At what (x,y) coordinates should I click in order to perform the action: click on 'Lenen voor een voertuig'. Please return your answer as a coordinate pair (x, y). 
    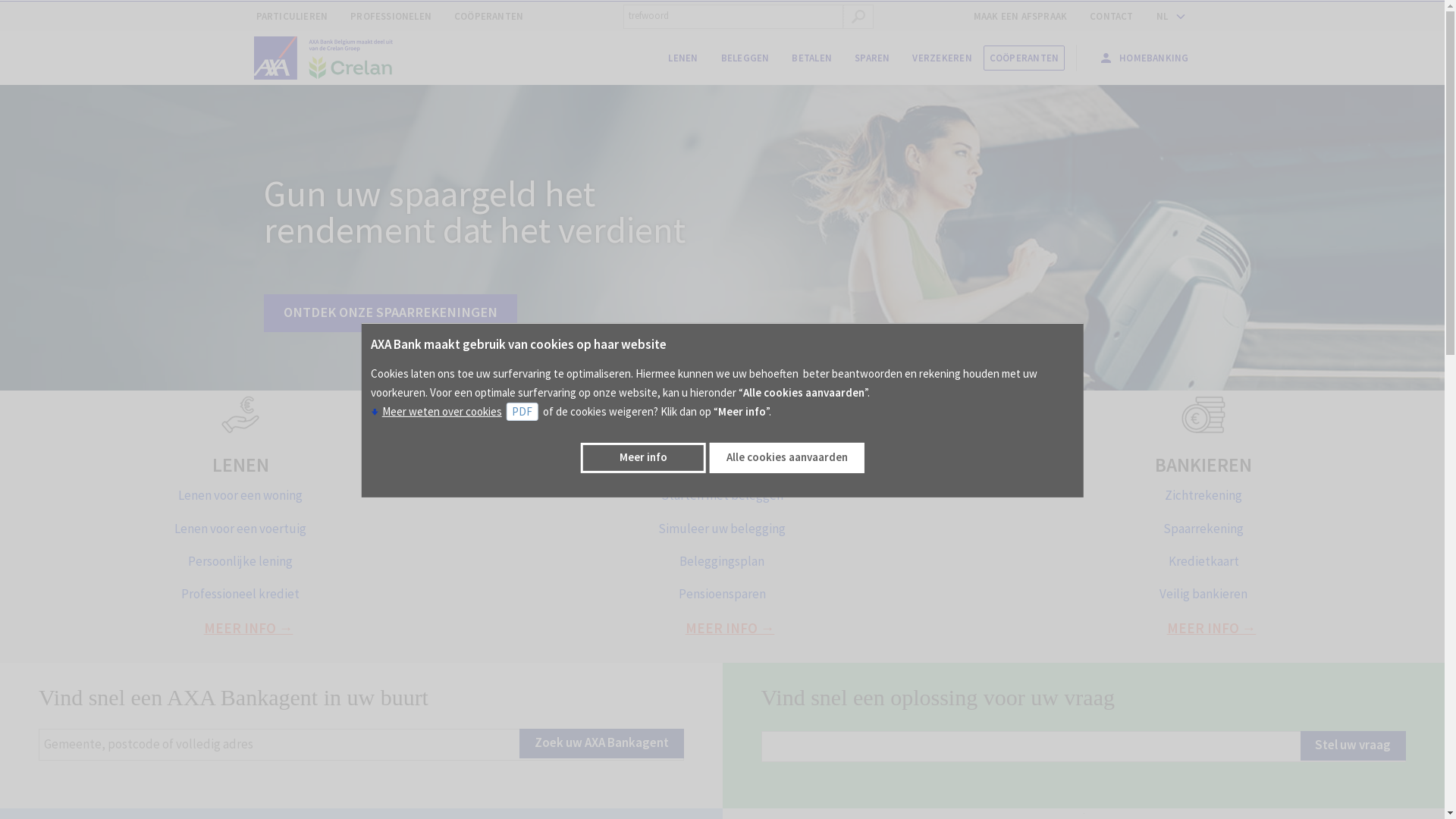
    Looking at the image, I should click on (239, 528).